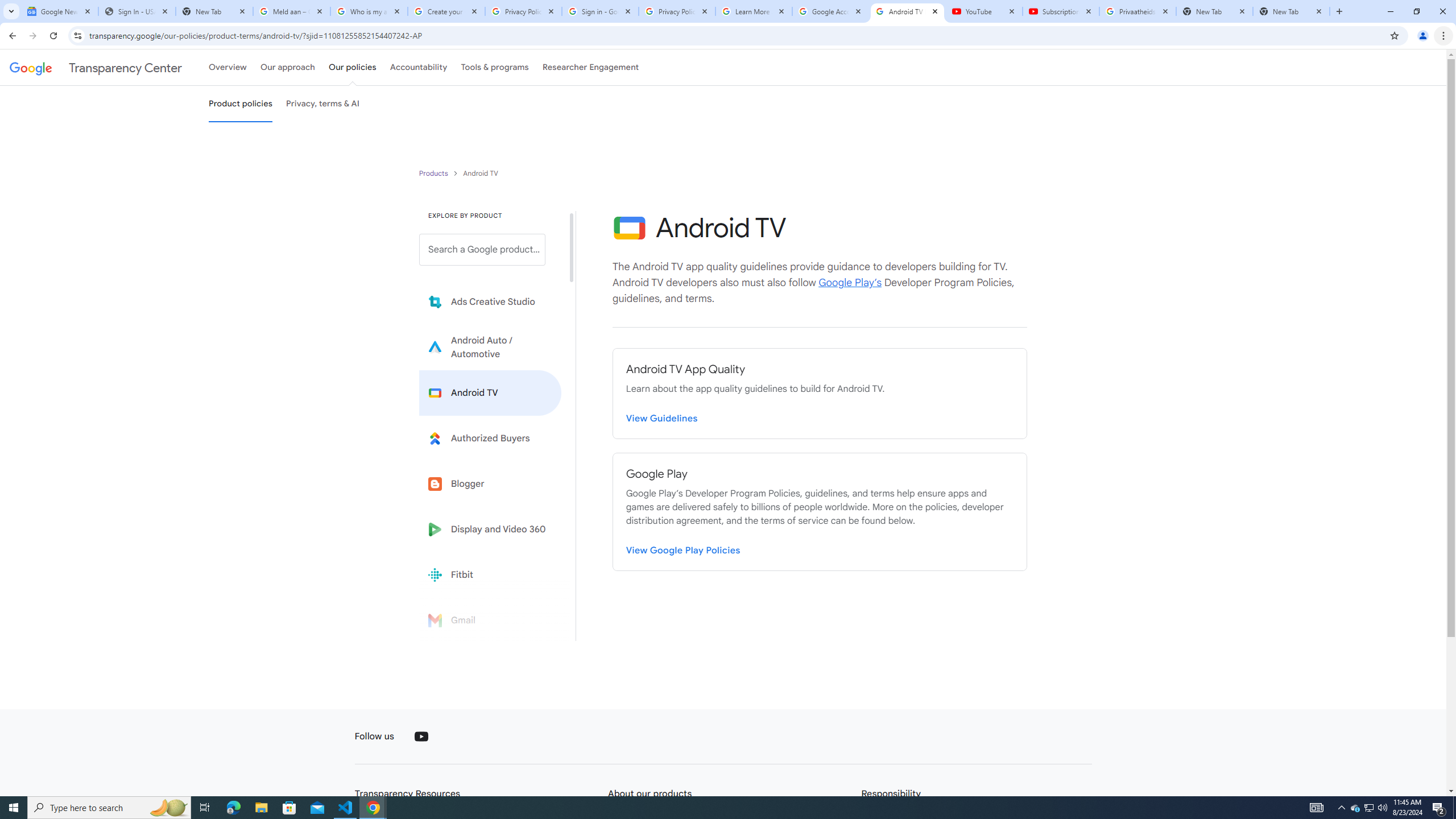  I want to click on 'Gmail', so click(490, 619).